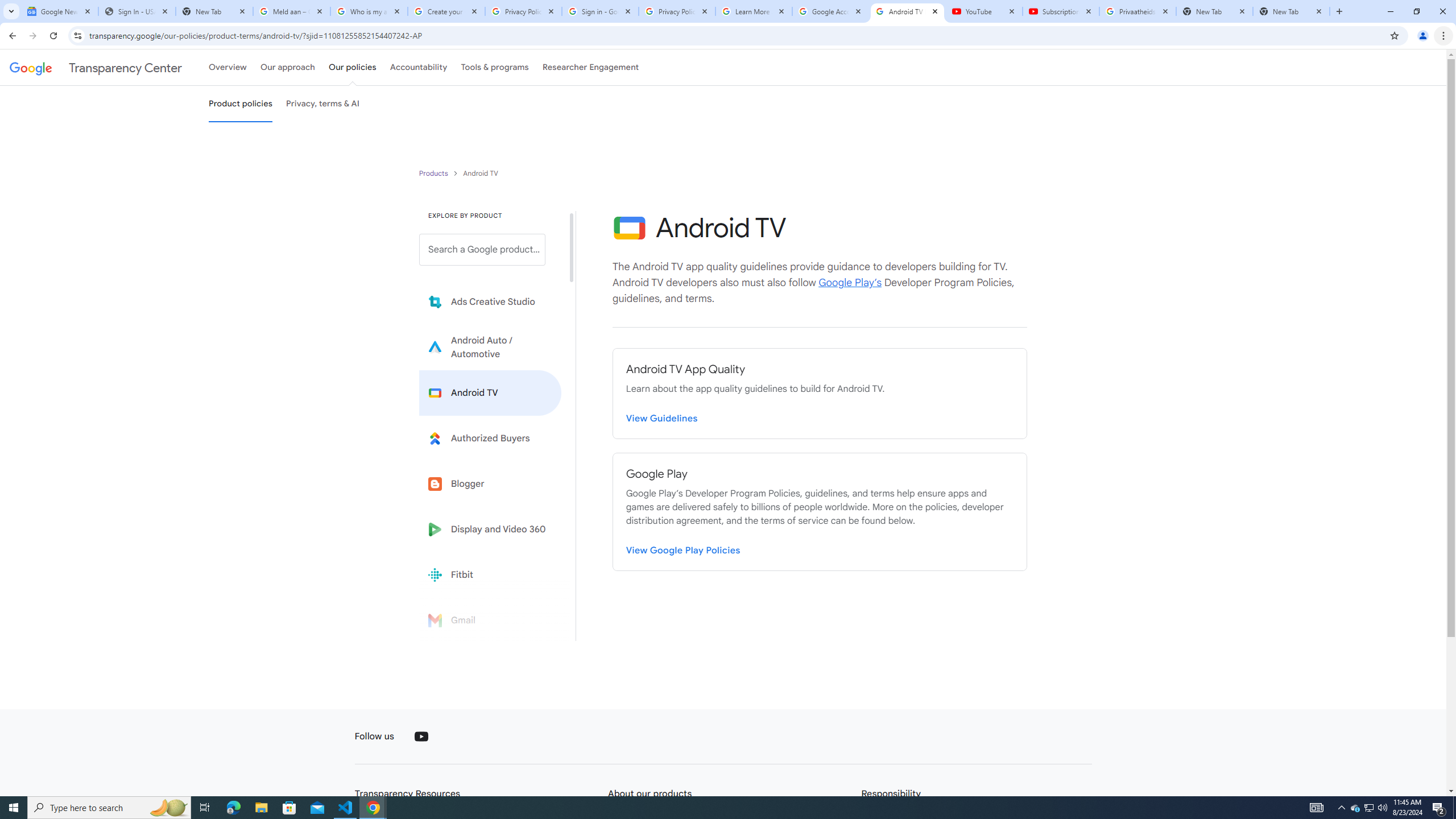  I want to click on 'Gmail', so click(490, 619).